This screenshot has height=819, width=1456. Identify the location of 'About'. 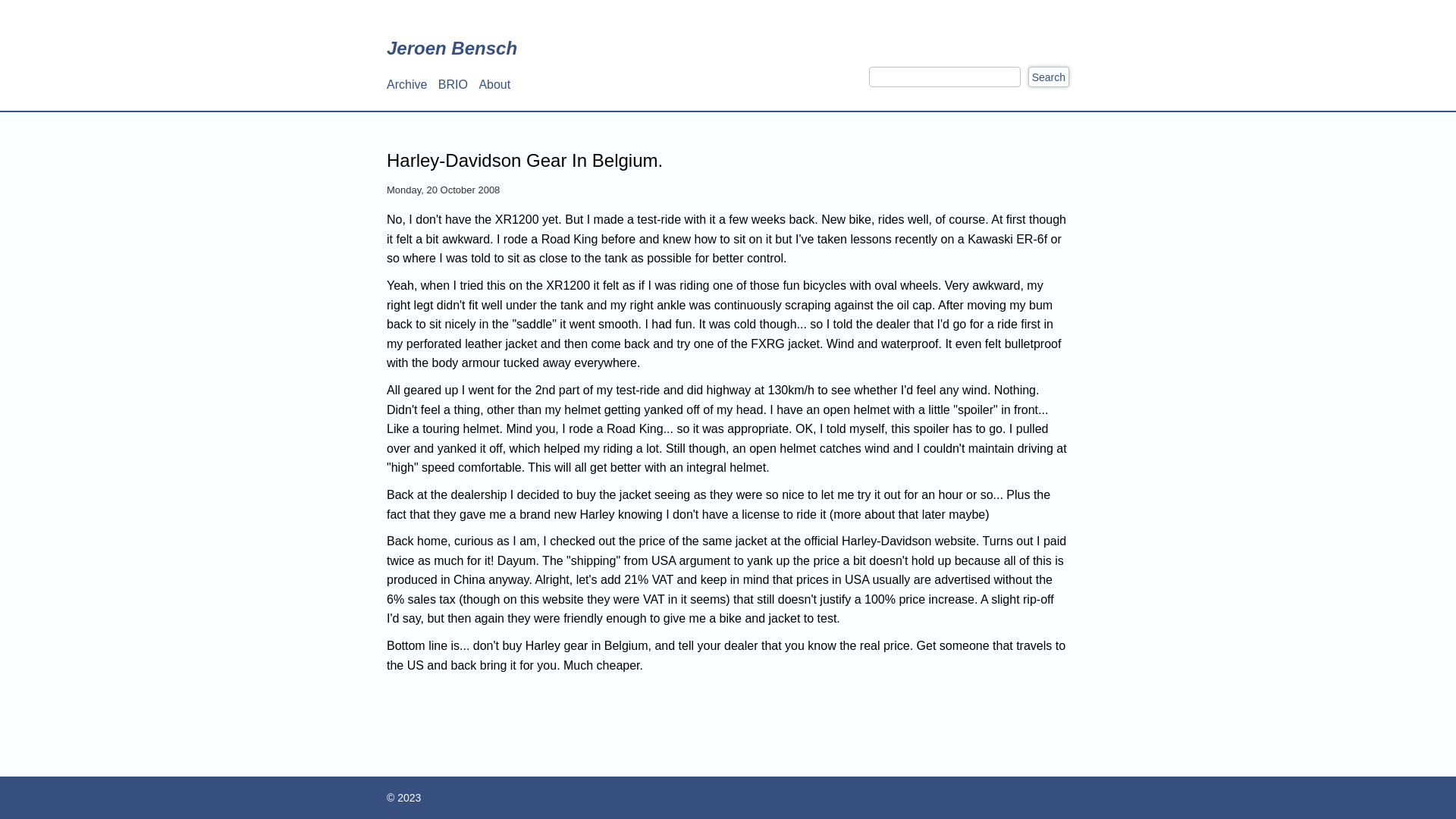
(494, 84).